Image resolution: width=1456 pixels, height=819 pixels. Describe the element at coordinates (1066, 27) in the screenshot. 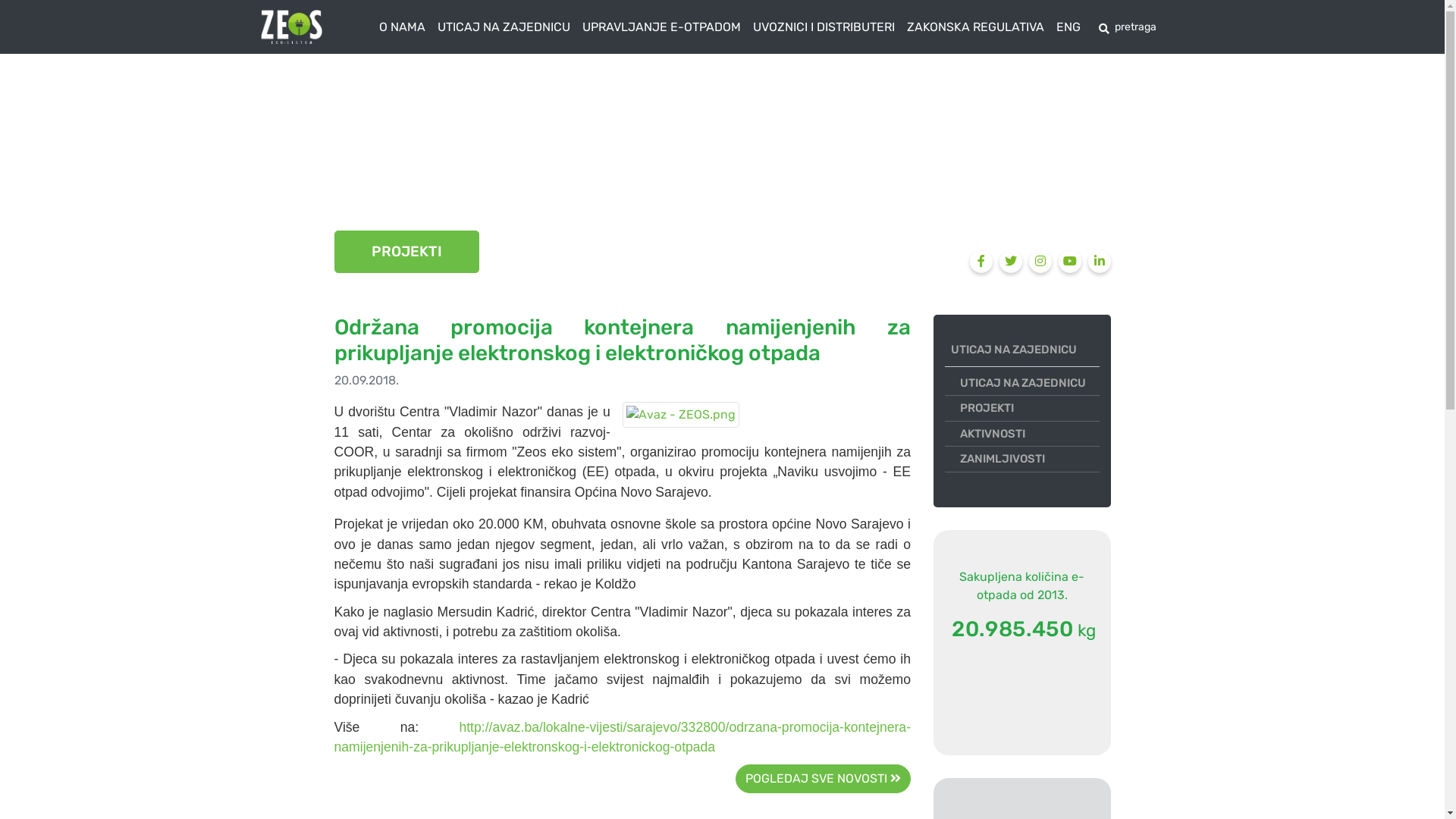

I see `'ENG'` at that location.